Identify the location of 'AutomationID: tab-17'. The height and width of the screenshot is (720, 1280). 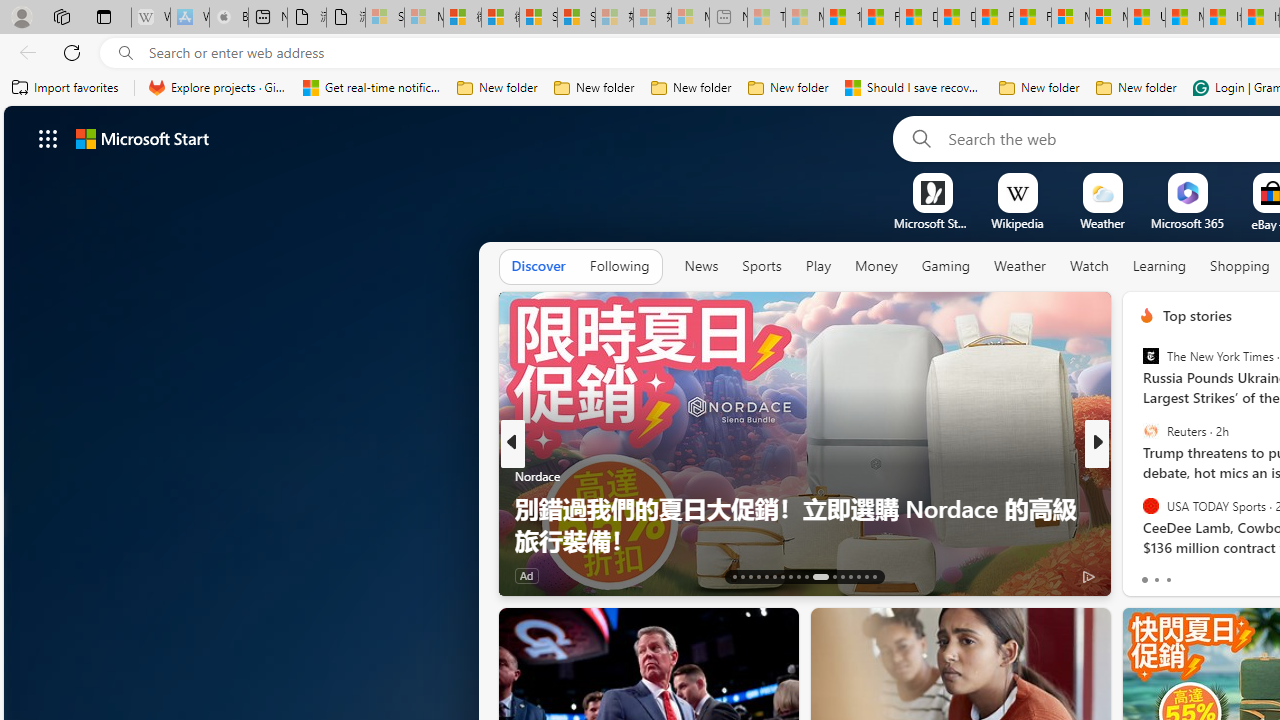
(765, 577).